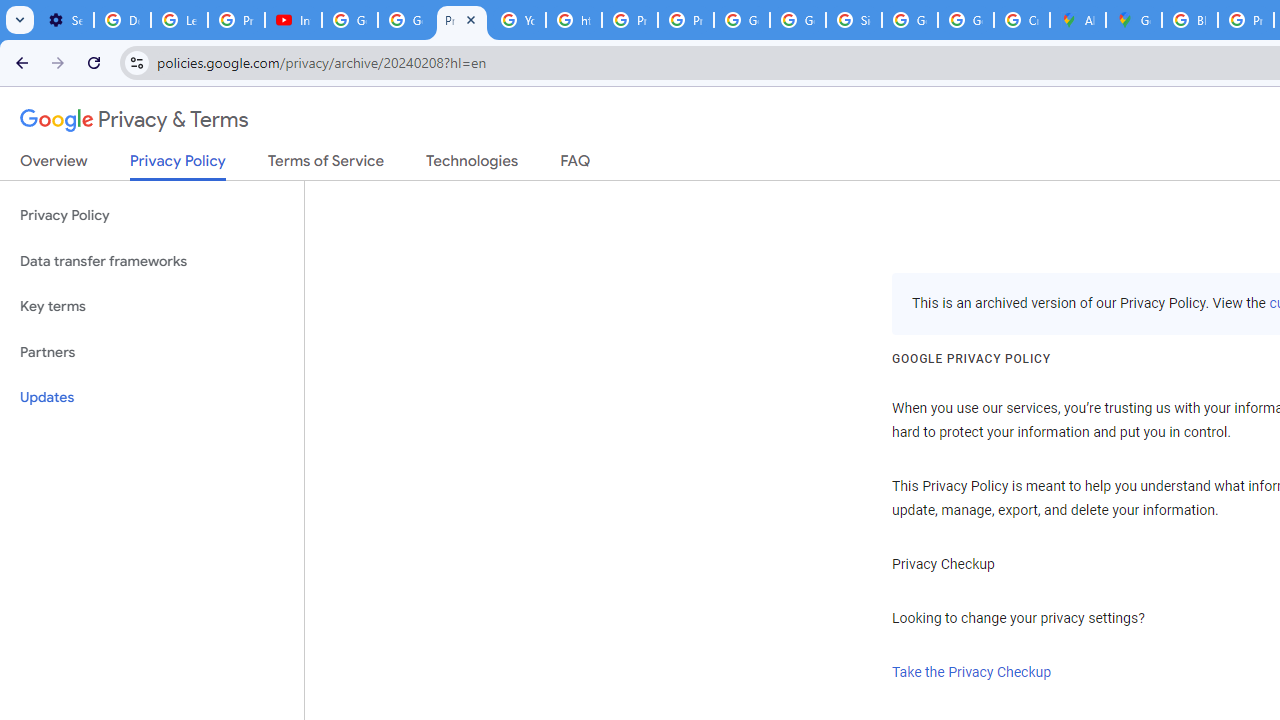  I want to click on 'Delete photos & videos - Computer - Google Photos Help', so click(121, 20).